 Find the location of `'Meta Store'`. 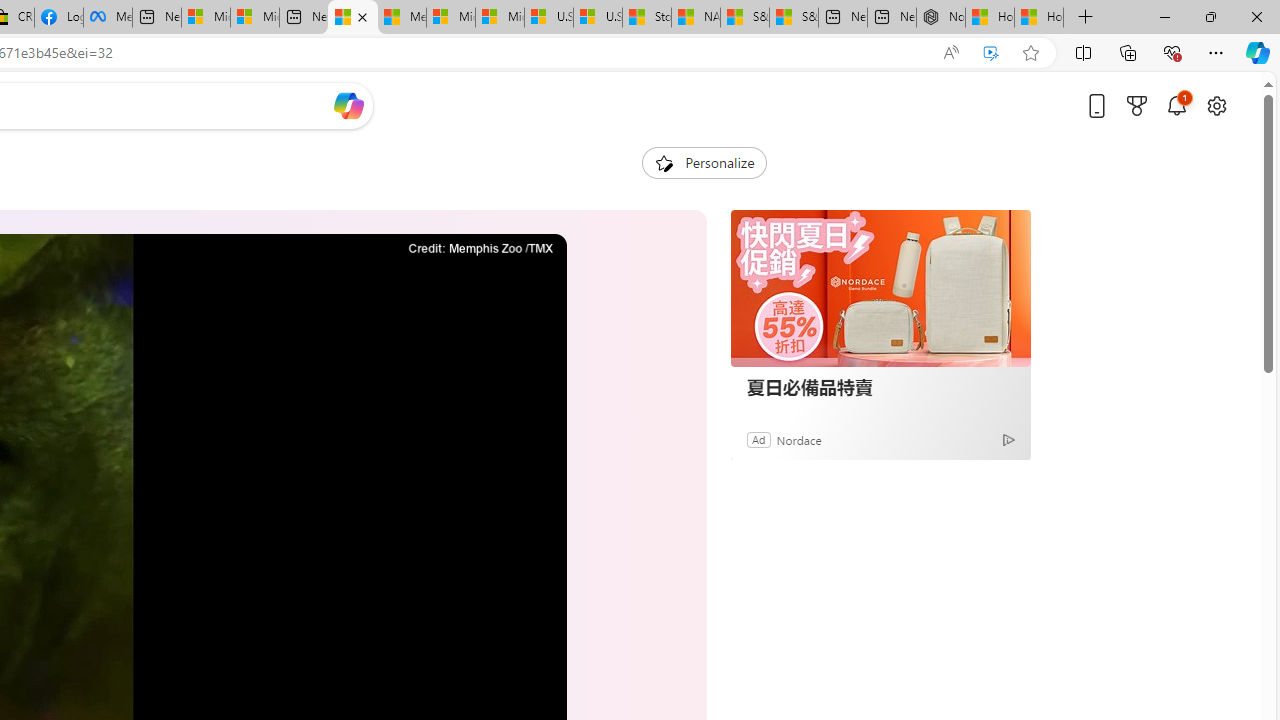

'Meta Store' is located at coordinates (107, 17).